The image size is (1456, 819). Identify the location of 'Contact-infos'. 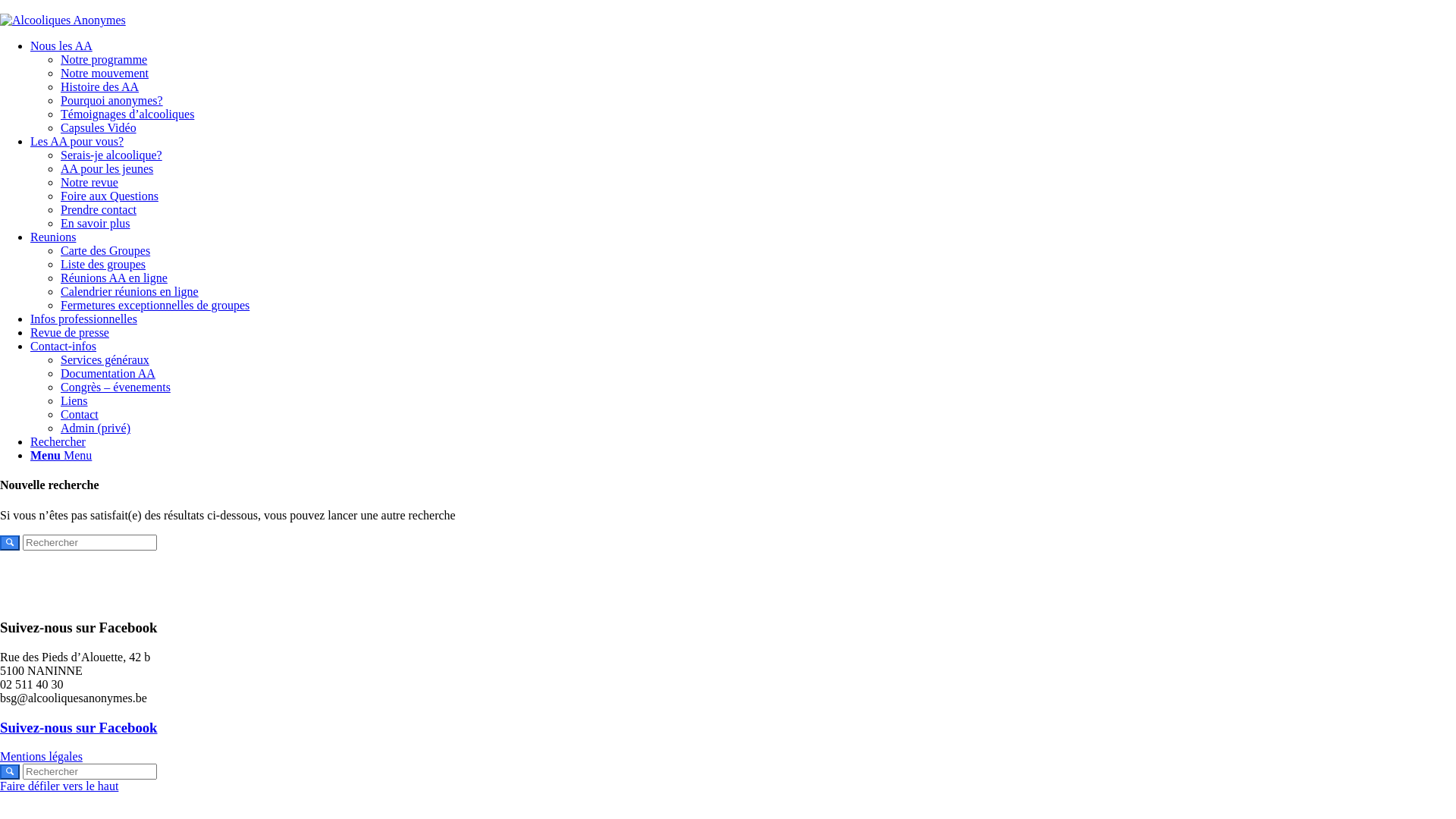
(62, 346).